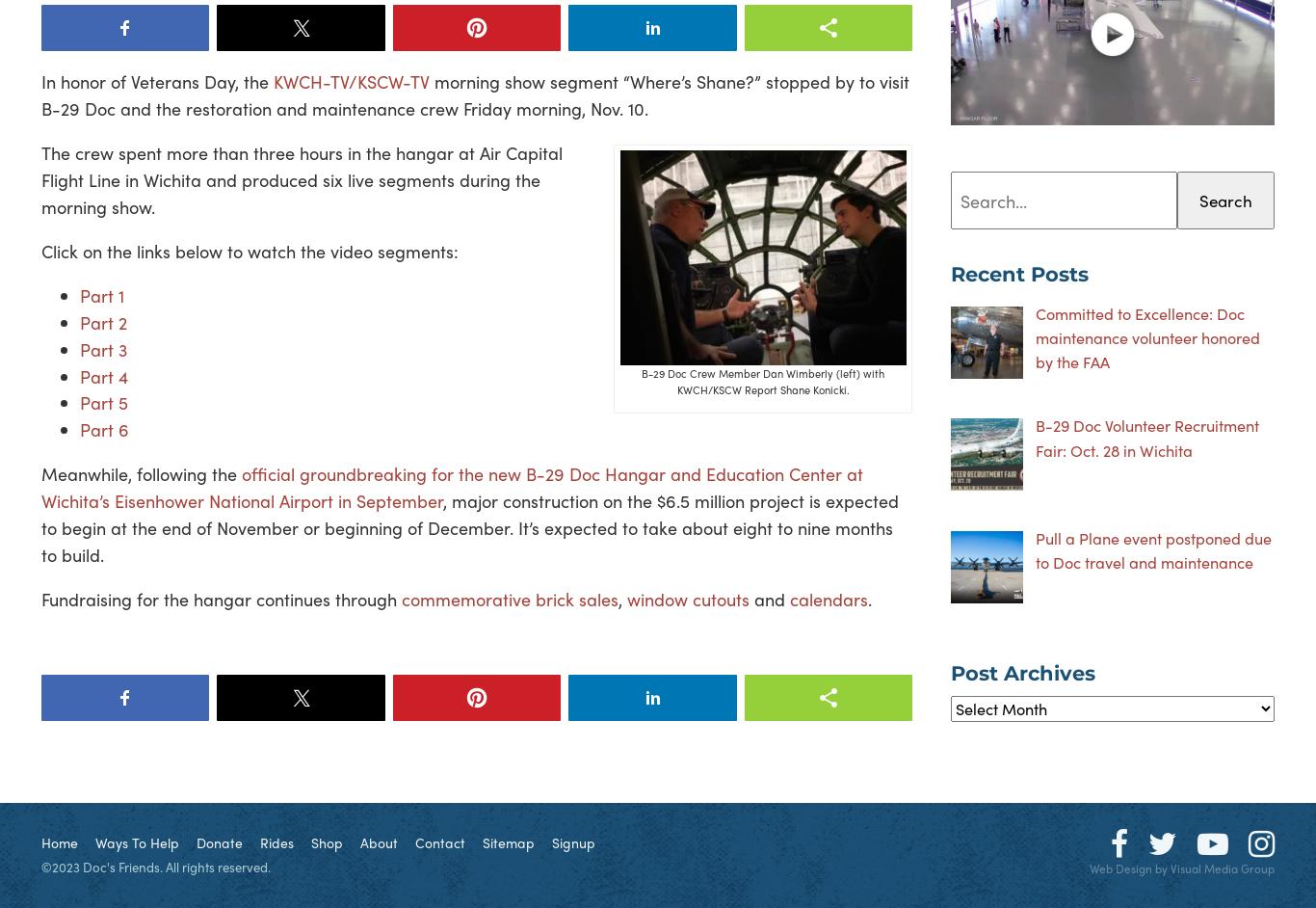 The height and width of the screenshot is (908, 1316). What do you see at coordinates (621, 597) in the screenshot?
I see `','` at bounding box center [621, 597].